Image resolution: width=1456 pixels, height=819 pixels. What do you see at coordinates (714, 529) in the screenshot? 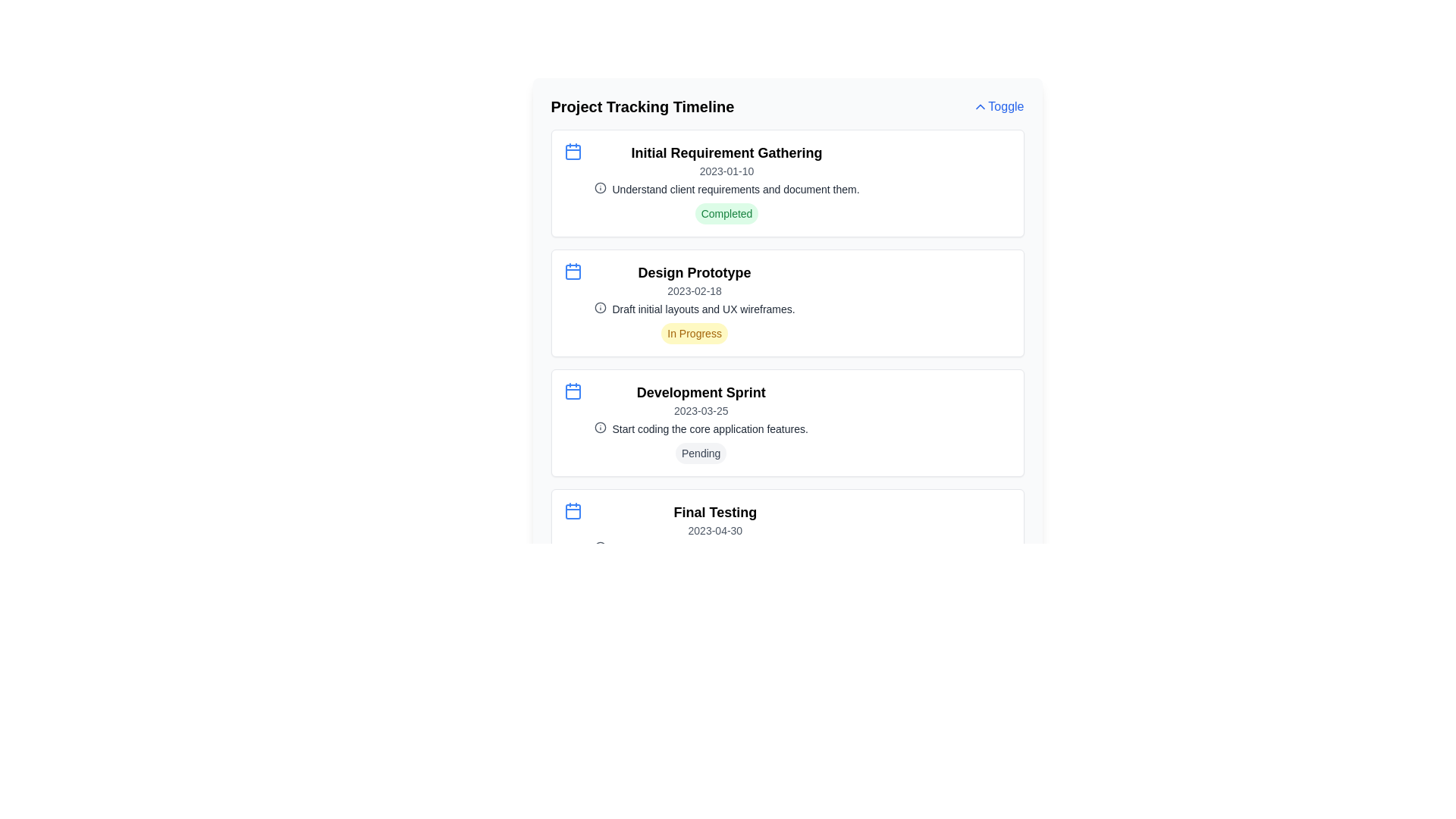
I see `the content displayed in the static text label reading '2023-04-30', which is styled in gray and positioned below the 'Final Testing' text` at bounding box center [714, 529].